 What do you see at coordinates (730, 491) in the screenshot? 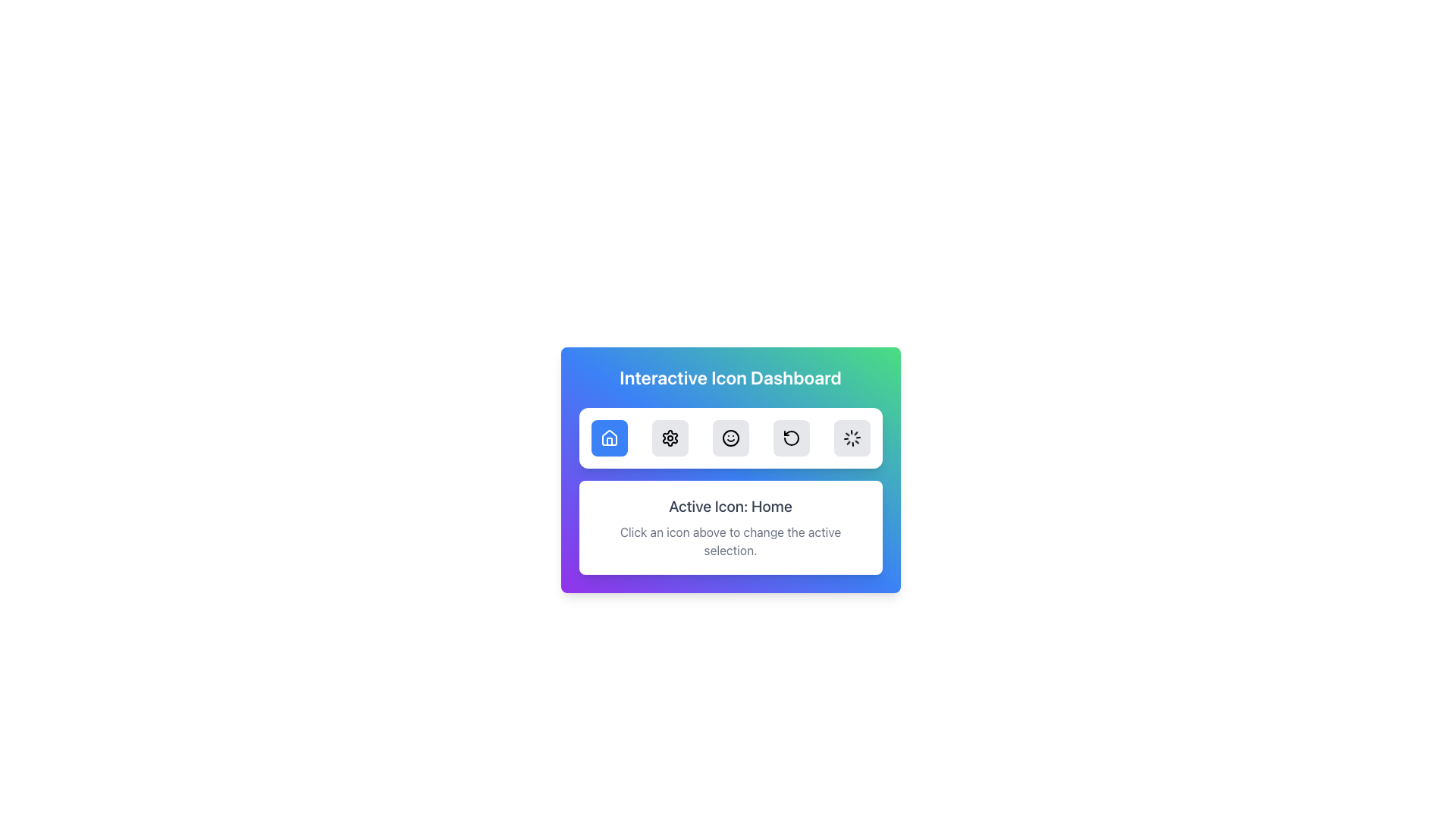
I see `the text label that displays information about the currently active icon and instructions for changing the selection` at bounding box center [730, 491].